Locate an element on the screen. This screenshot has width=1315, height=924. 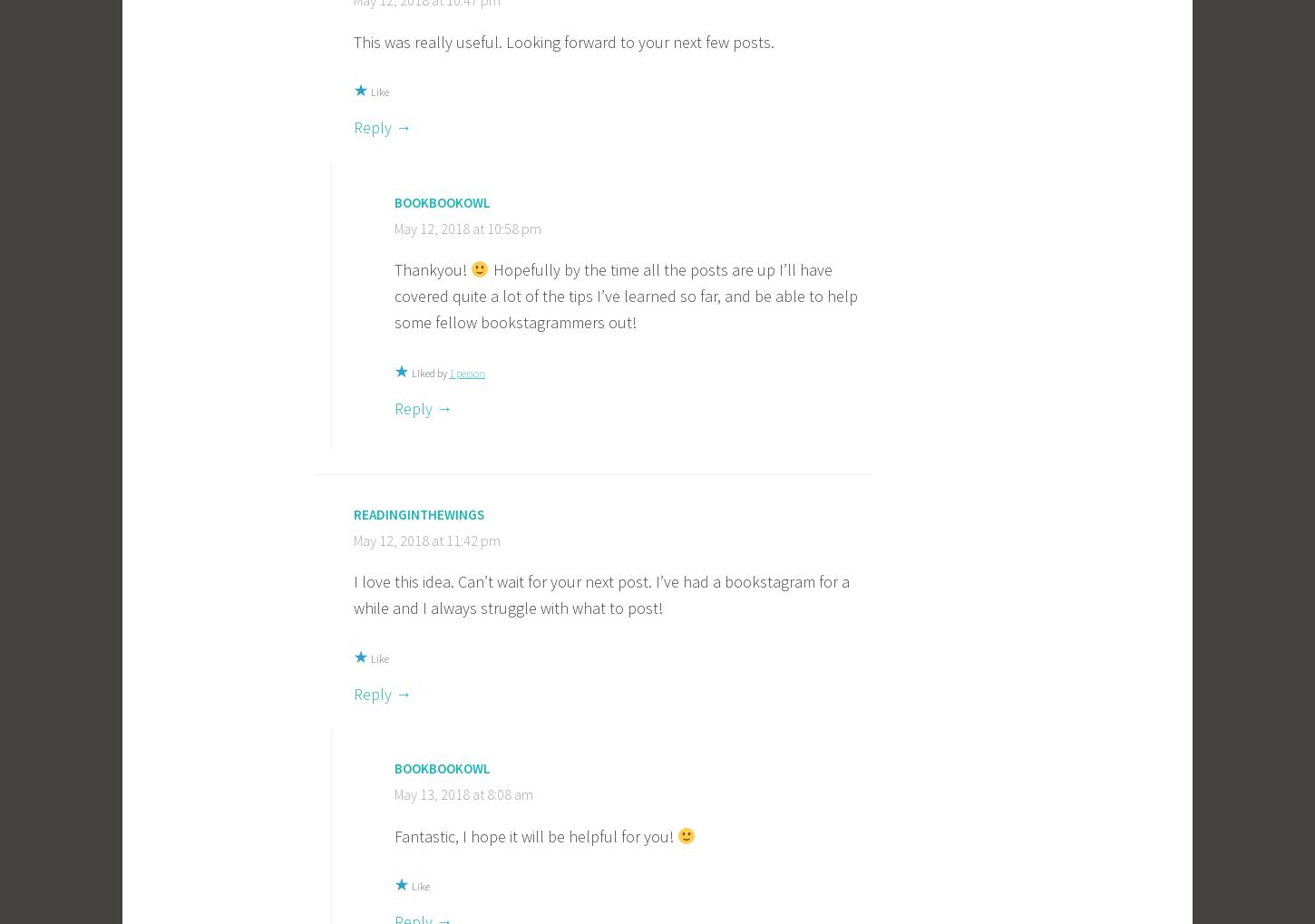
'I love this idea.  Can’t wait for your next post.  I’ve had a bookstagram for a while and I always struggle with what to post!' is located at coordinates (600, 594).